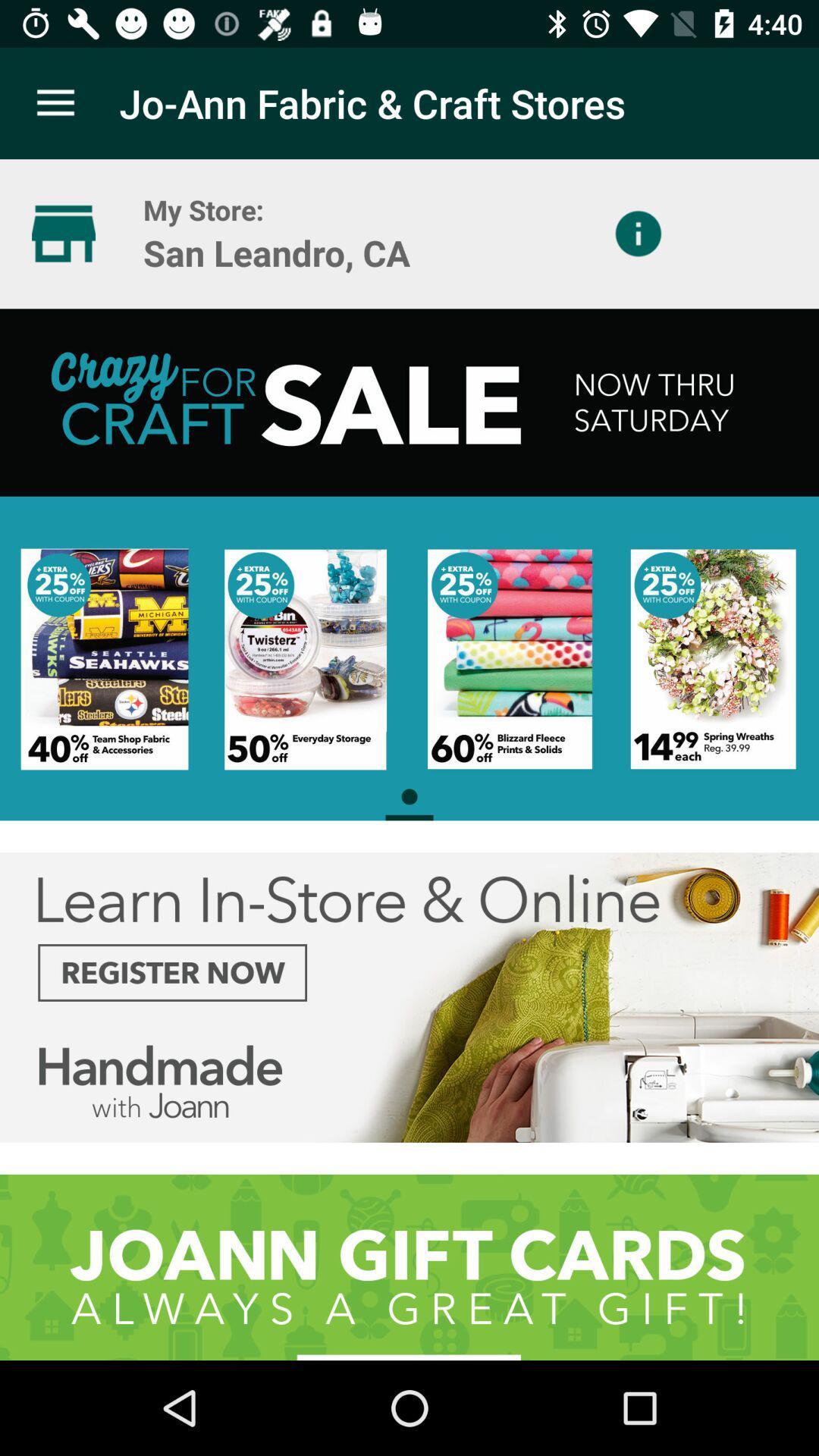 The height and width of the screenshot is (1456, 819). I want to click on icon below the san leandro, ca, so click(409, 563).